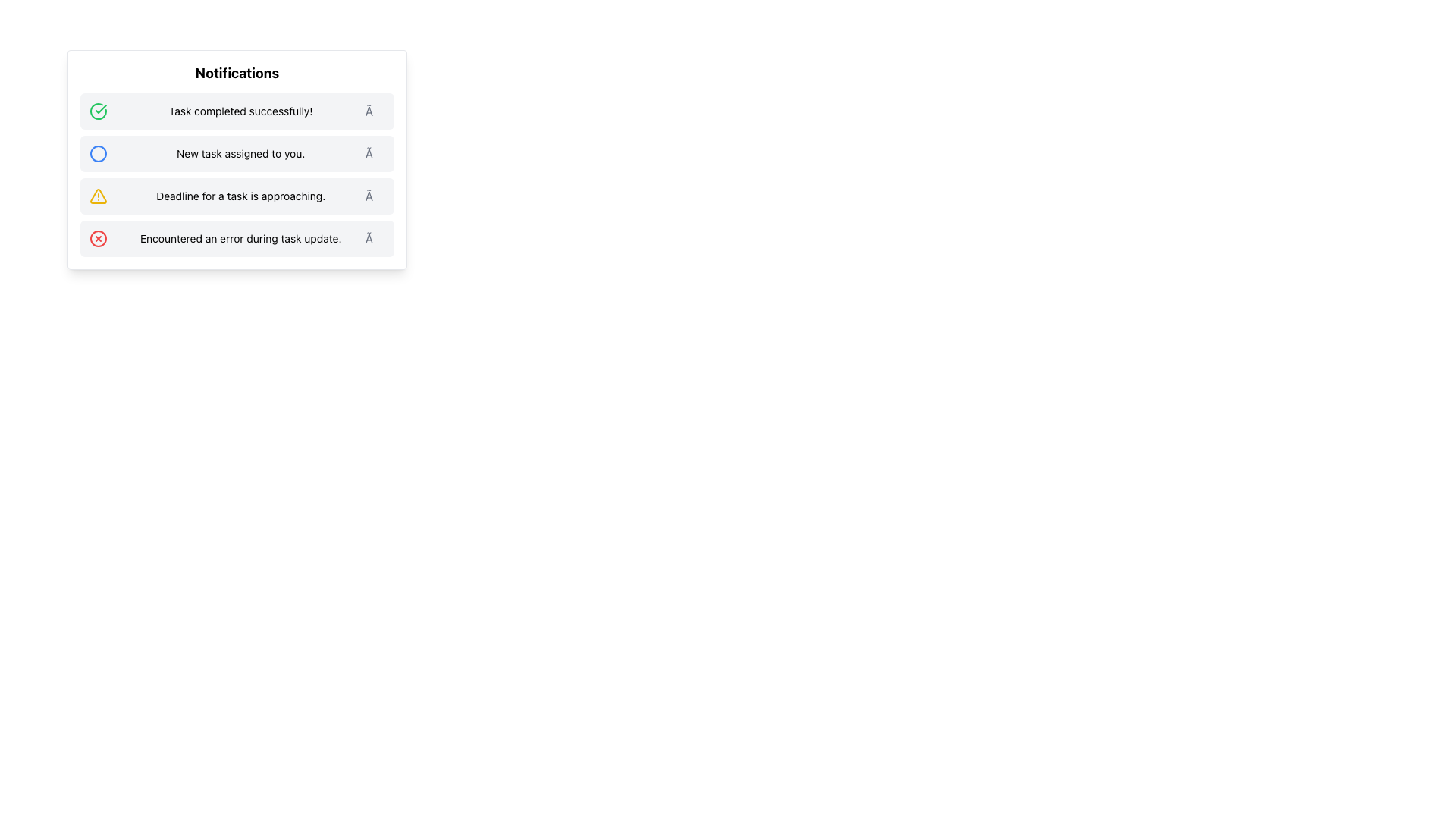 The image size is (1456, 819). I want to click on the static text label that communicates an error message, located in the bottom row of the notification block, adjacent to an error icon and a close button, so click(240, 239).